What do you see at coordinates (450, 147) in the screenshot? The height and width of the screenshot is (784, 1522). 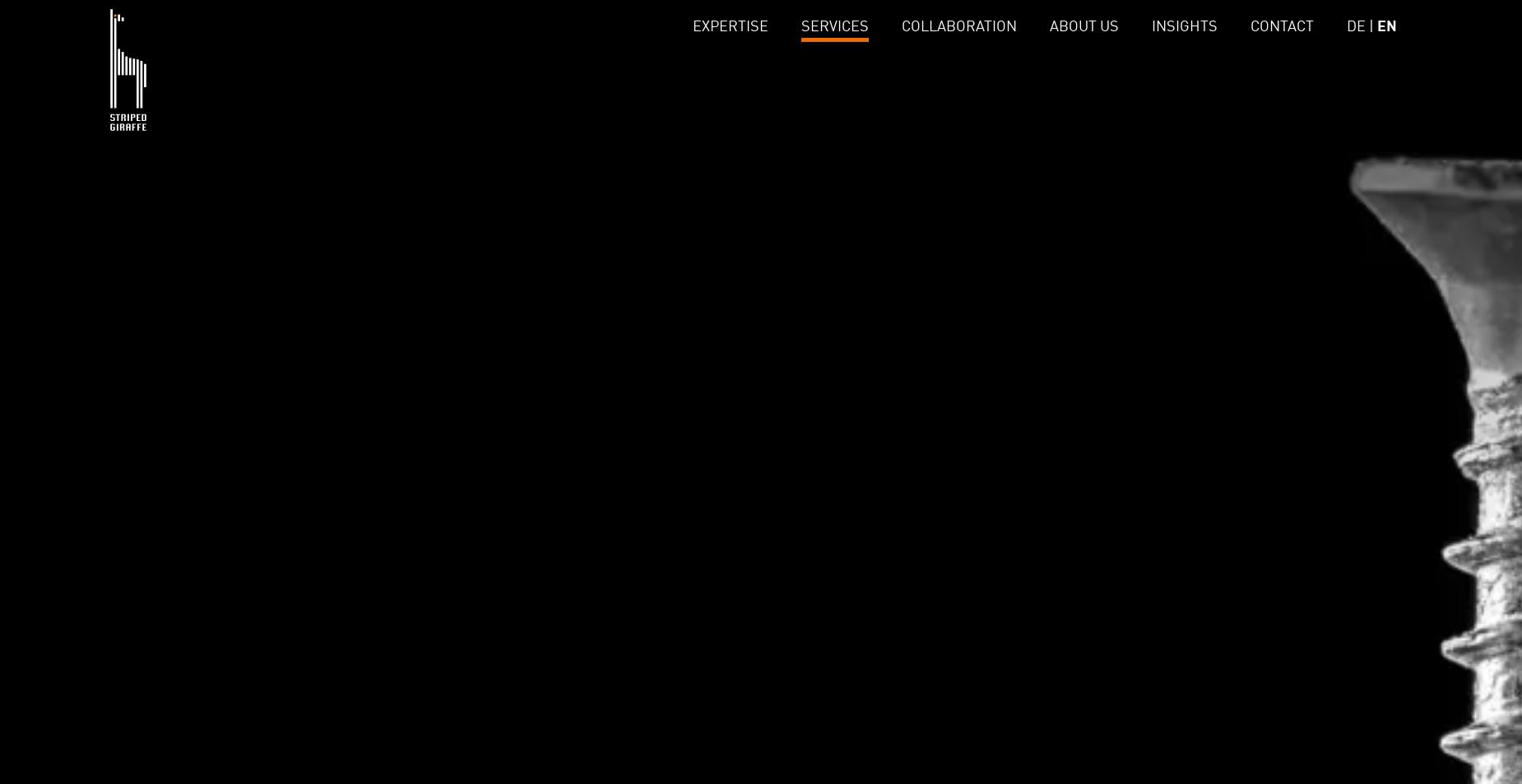 I see `'MDM'` at bounding box center [450, 147].